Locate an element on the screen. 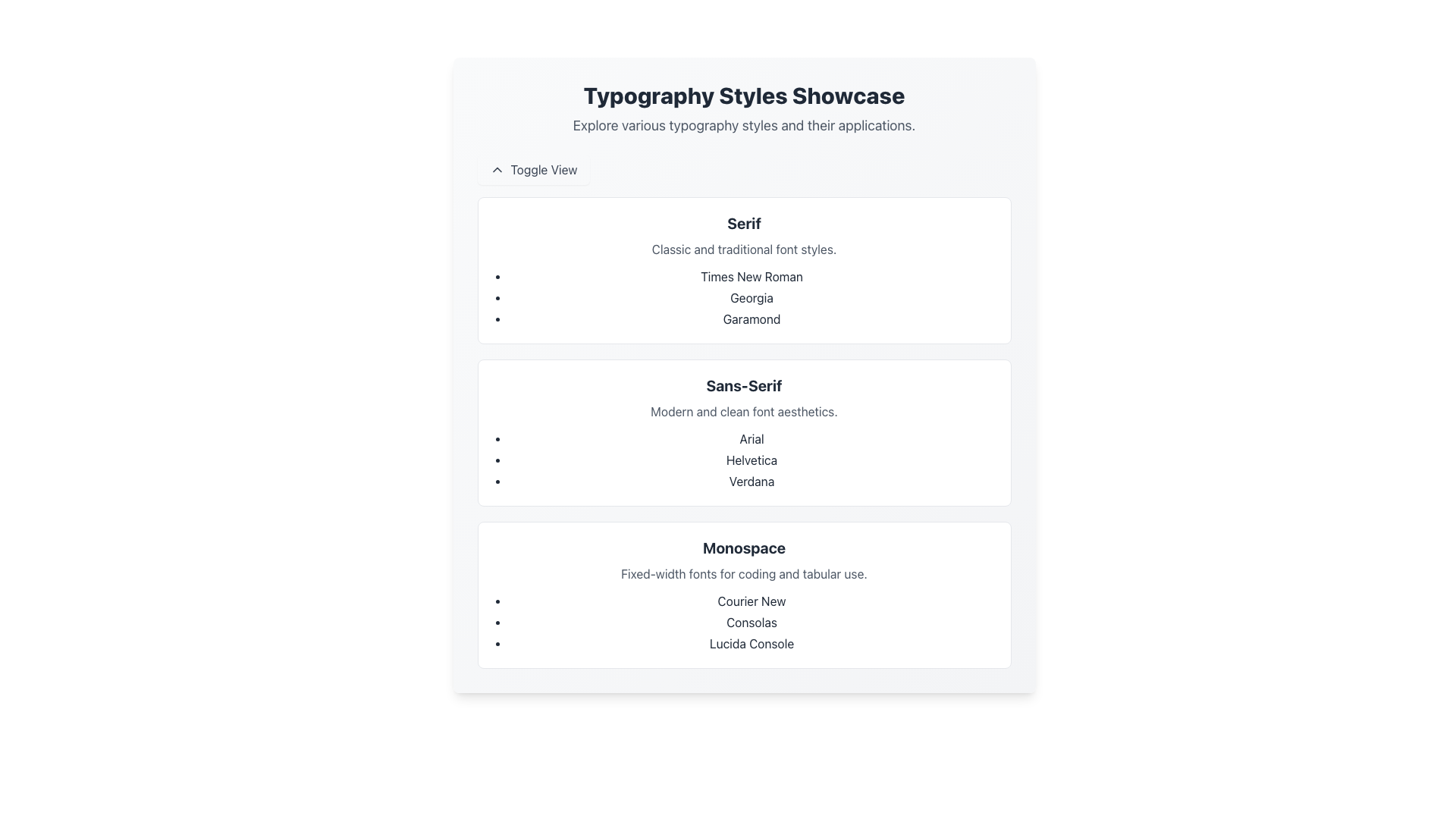 This screenshot has width=1456, height=819. the upward-pointing chevron icon within the 'Toggle View' button is located at coordinates (497, 169).